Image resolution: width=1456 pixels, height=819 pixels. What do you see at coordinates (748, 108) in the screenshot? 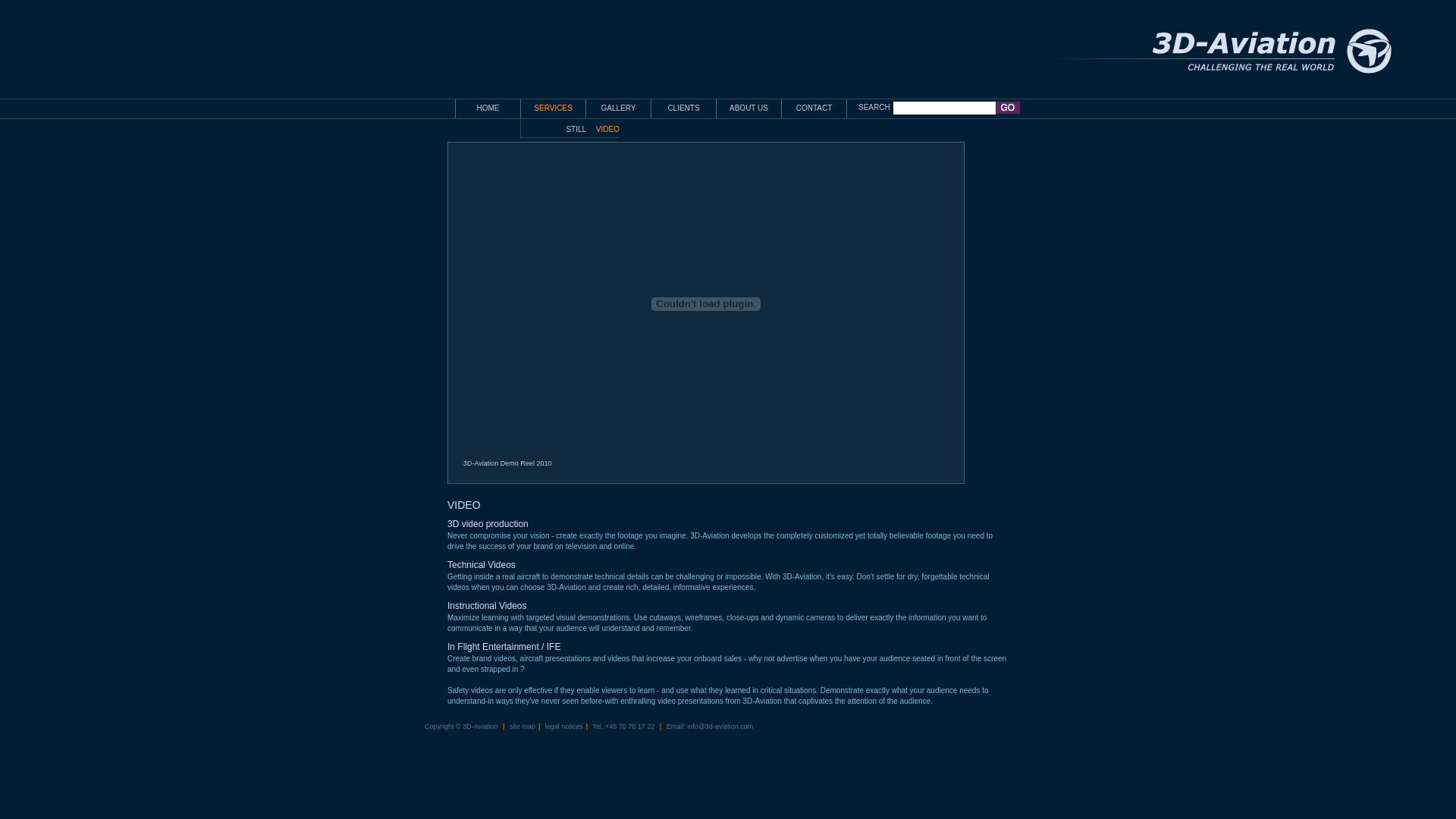
I see `'ABOUT US'` at bounding box center [748, 108].